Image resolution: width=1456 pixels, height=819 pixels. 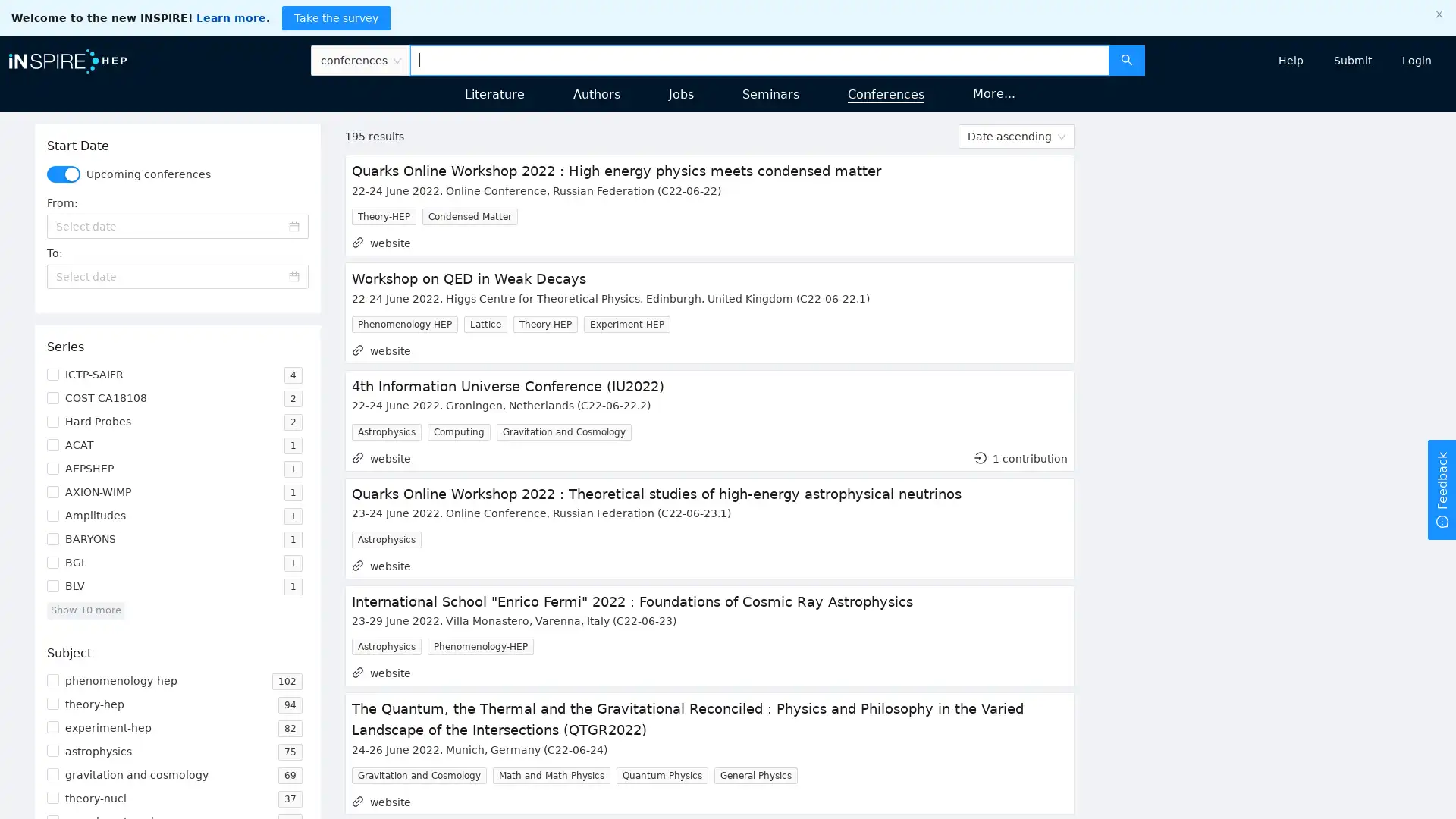 I want to click on close, so click(x=1438, y=14).